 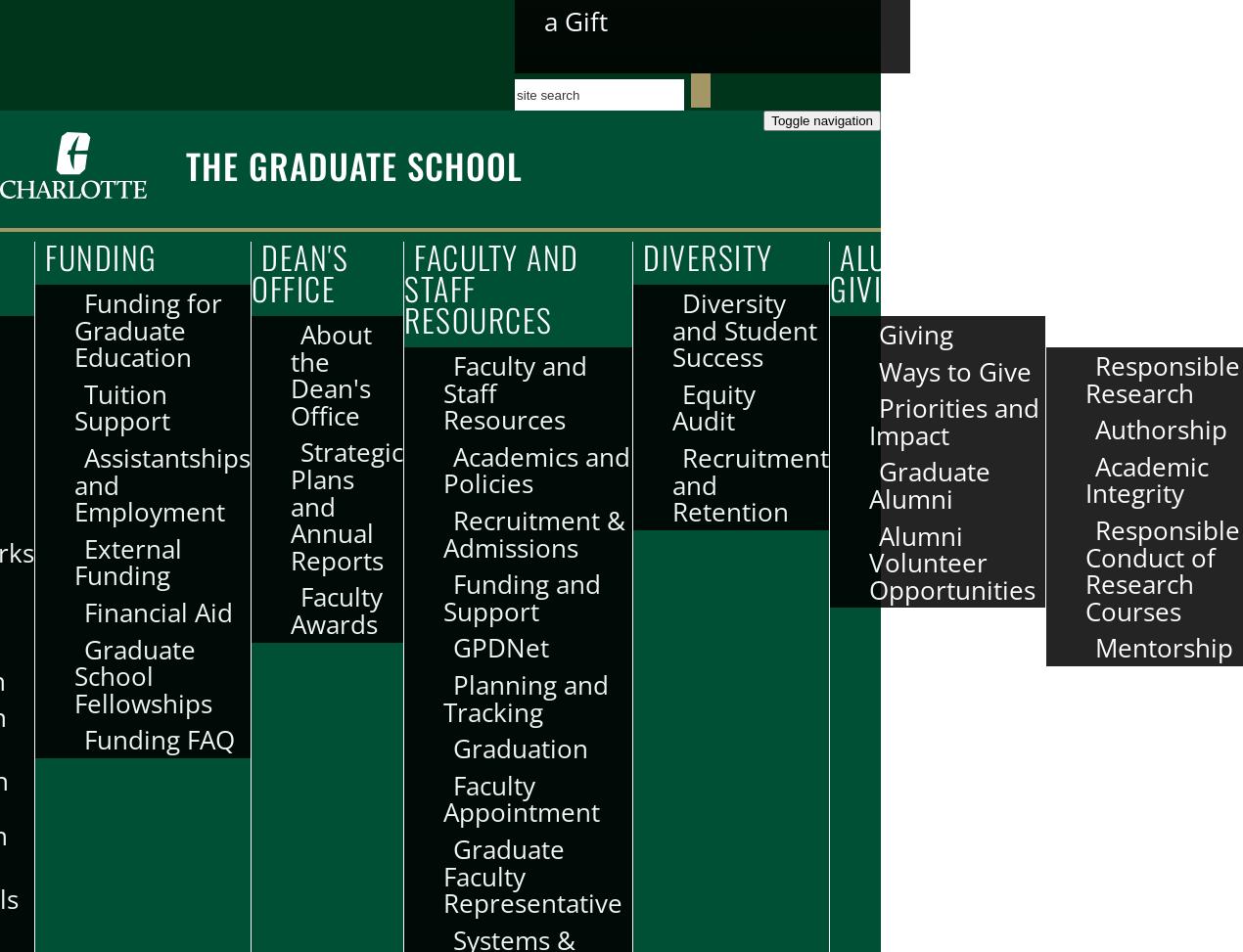 What do you see at coordinates (353, 164) in the screenshot?
I see `'The Graduate School'` at bounding box center [353, 164].